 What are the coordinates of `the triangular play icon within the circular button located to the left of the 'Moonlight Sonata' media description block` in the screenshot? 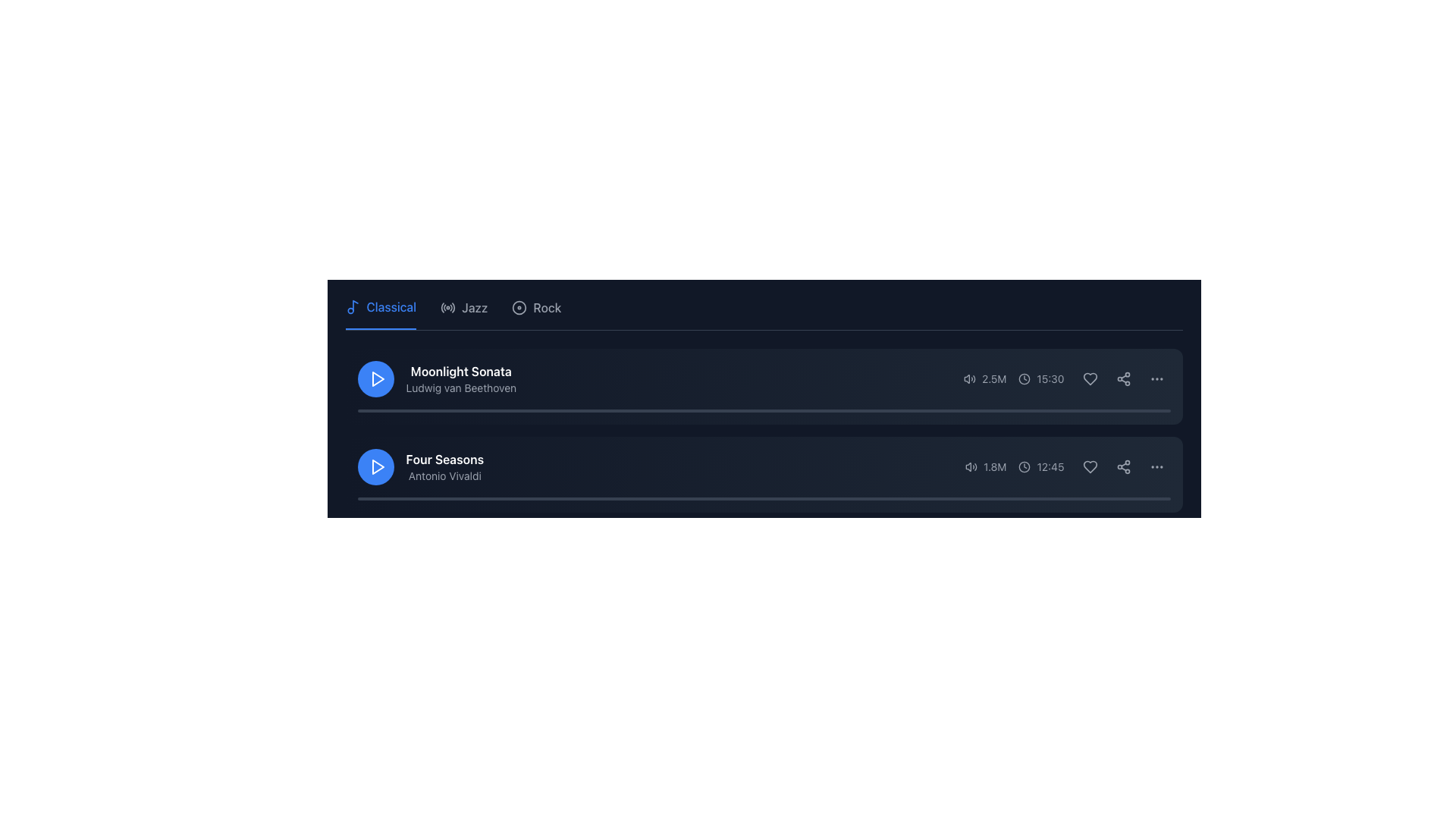 It's located at (377, 378).